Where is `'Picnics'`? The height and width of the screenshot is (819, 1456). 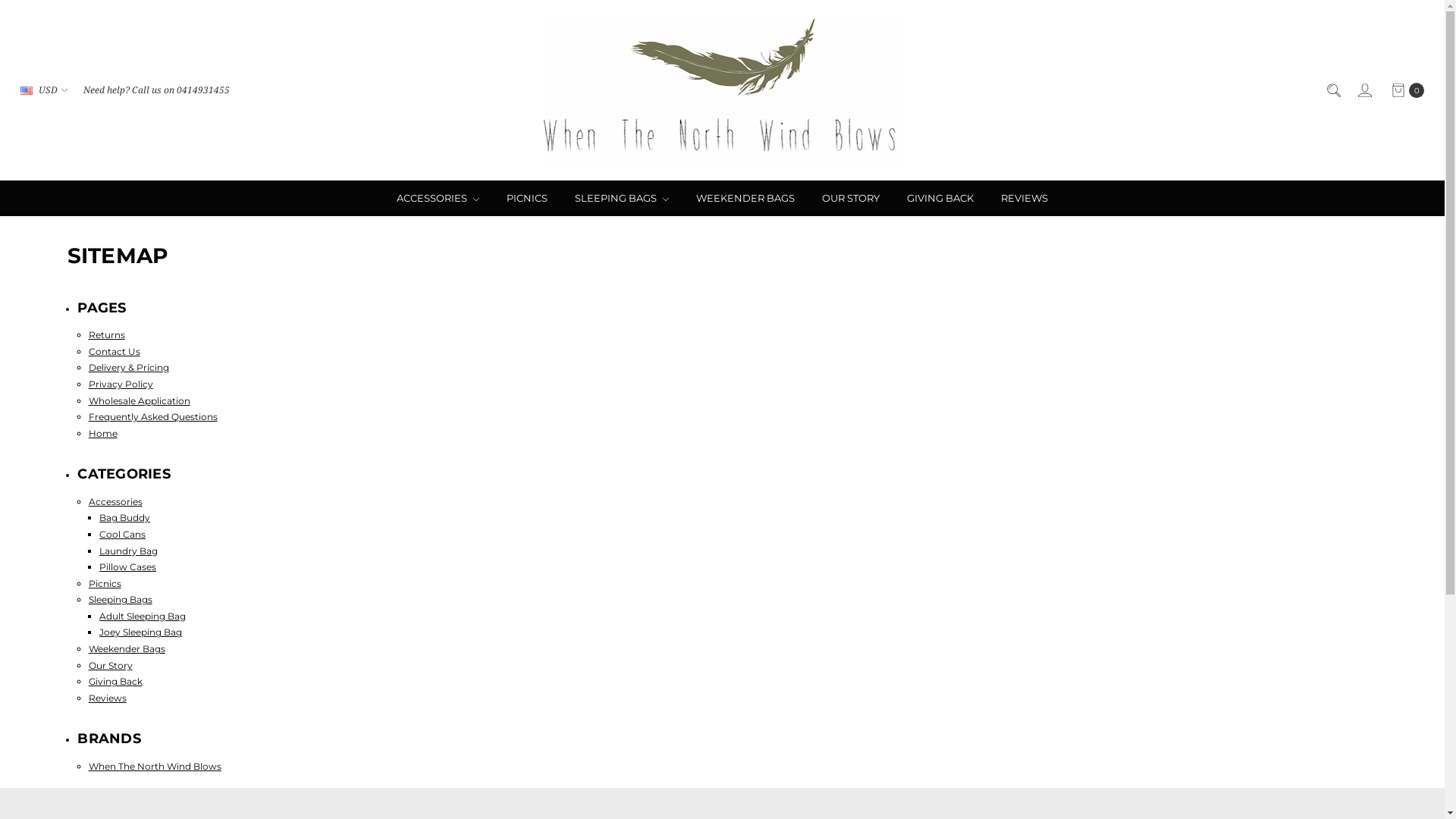 'Picnics' is located at coordinates (104, 582).